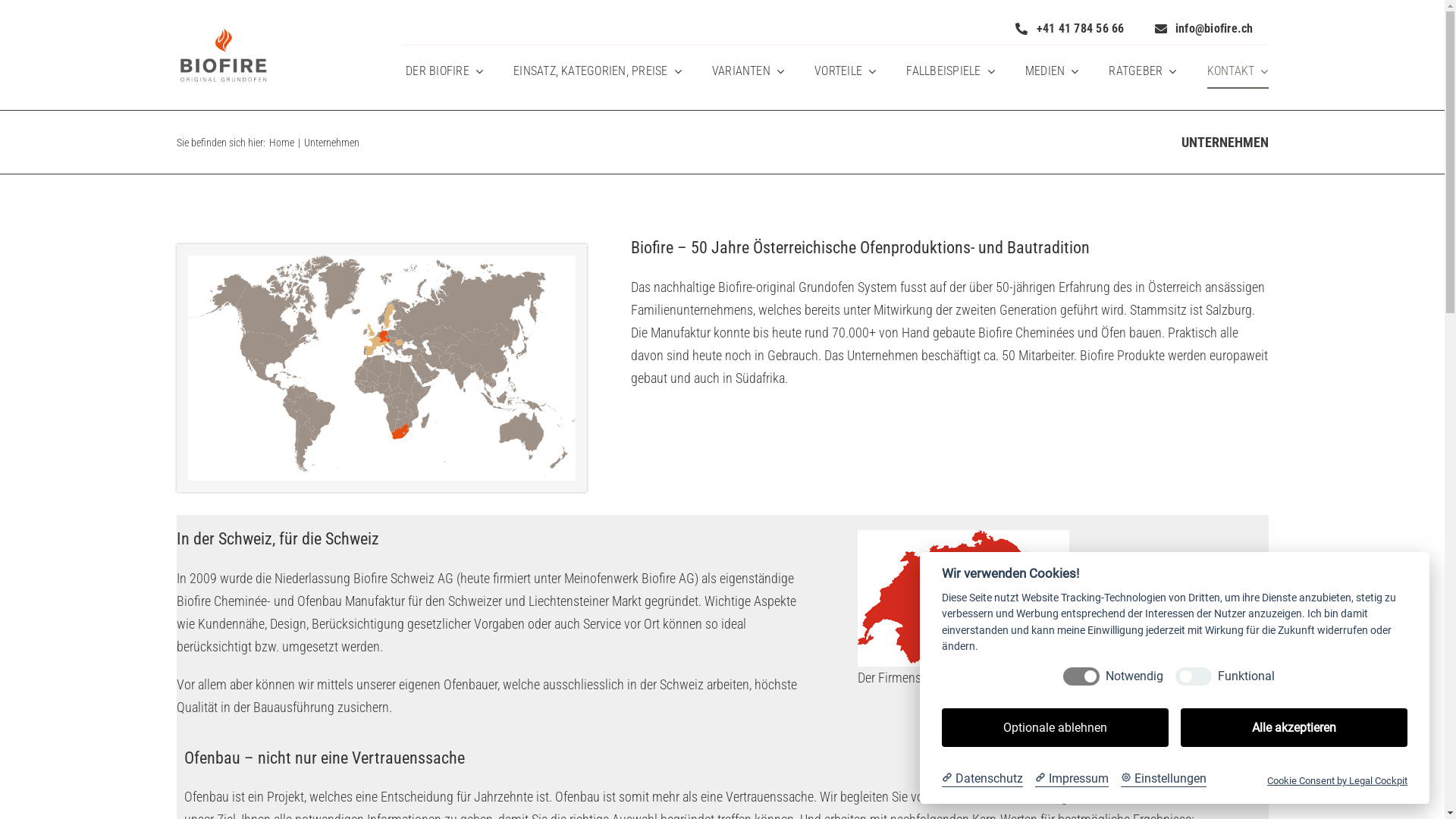 This screenshot has width=1456, height=819. Describe the element at coordinates (906, 71) in the screenshot. I see `'FALLBEISPIELE'` at that location.